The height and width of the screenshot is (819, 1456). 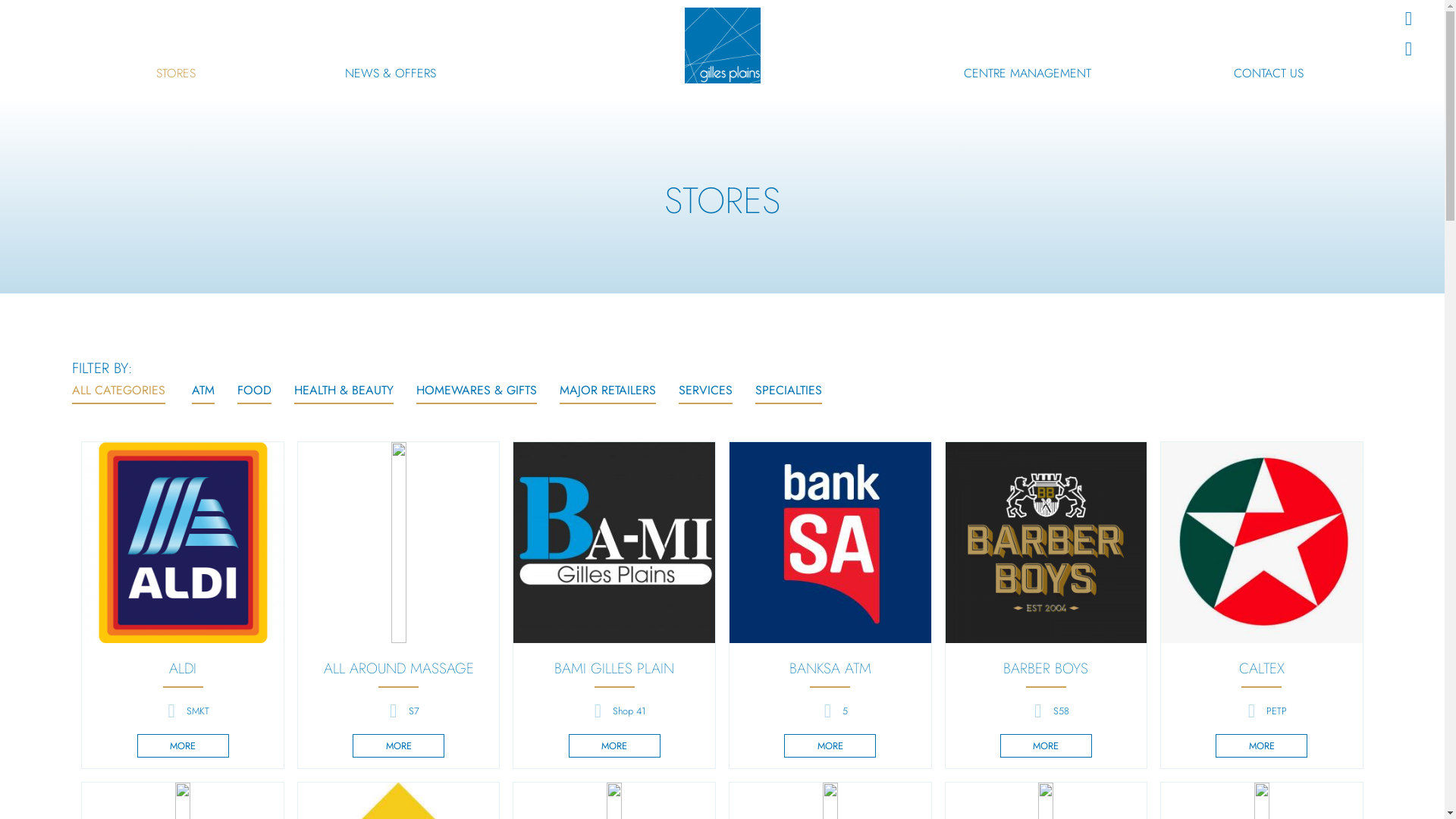 What do you see at coordinates (1407, 18) in the screenshot?
I see `'Facebook'` at bounding box center [1407, 18].